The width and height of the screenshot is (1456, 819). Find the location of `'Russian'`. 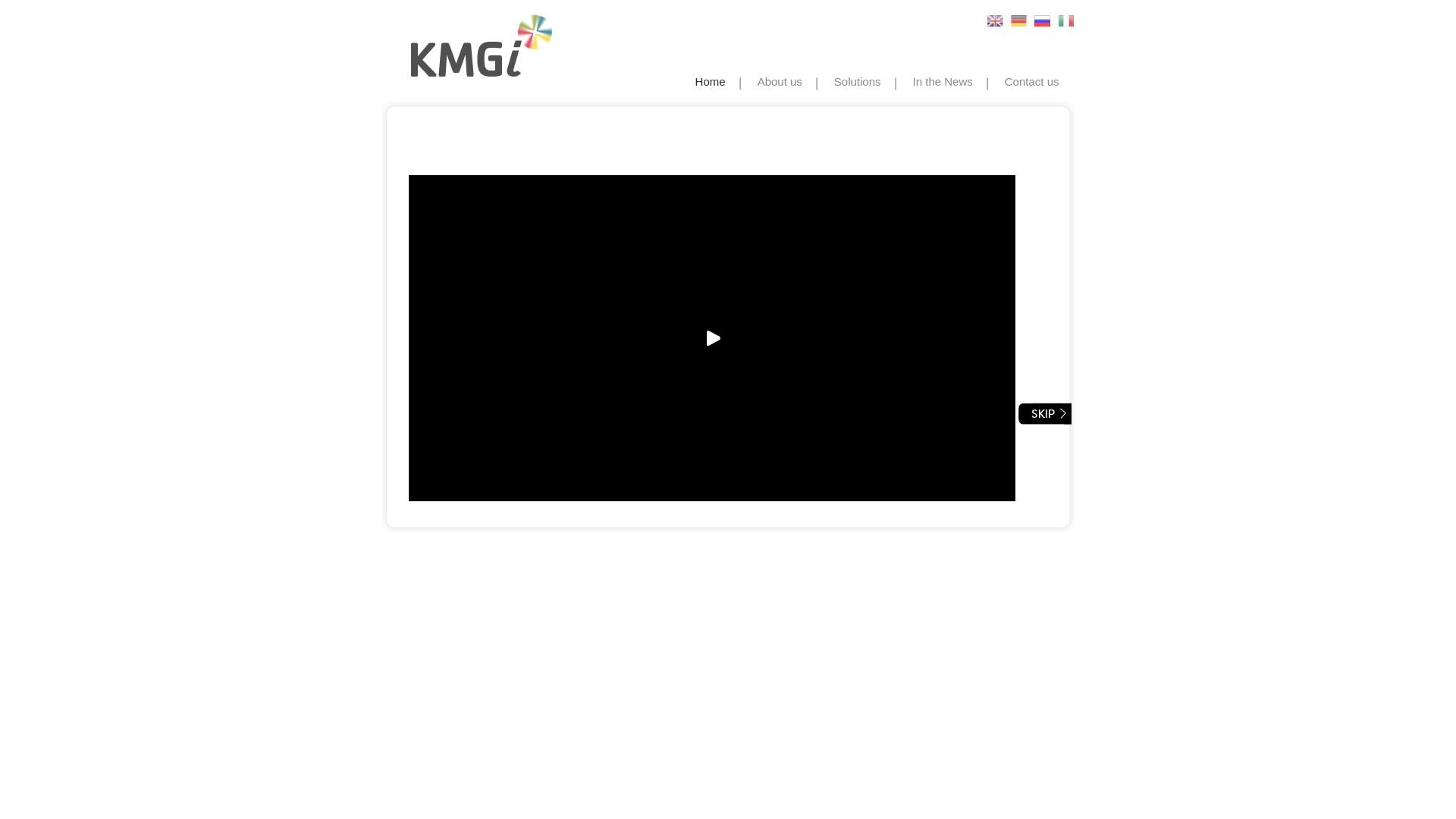

'Russian' is located at coordinates (1041, 20).